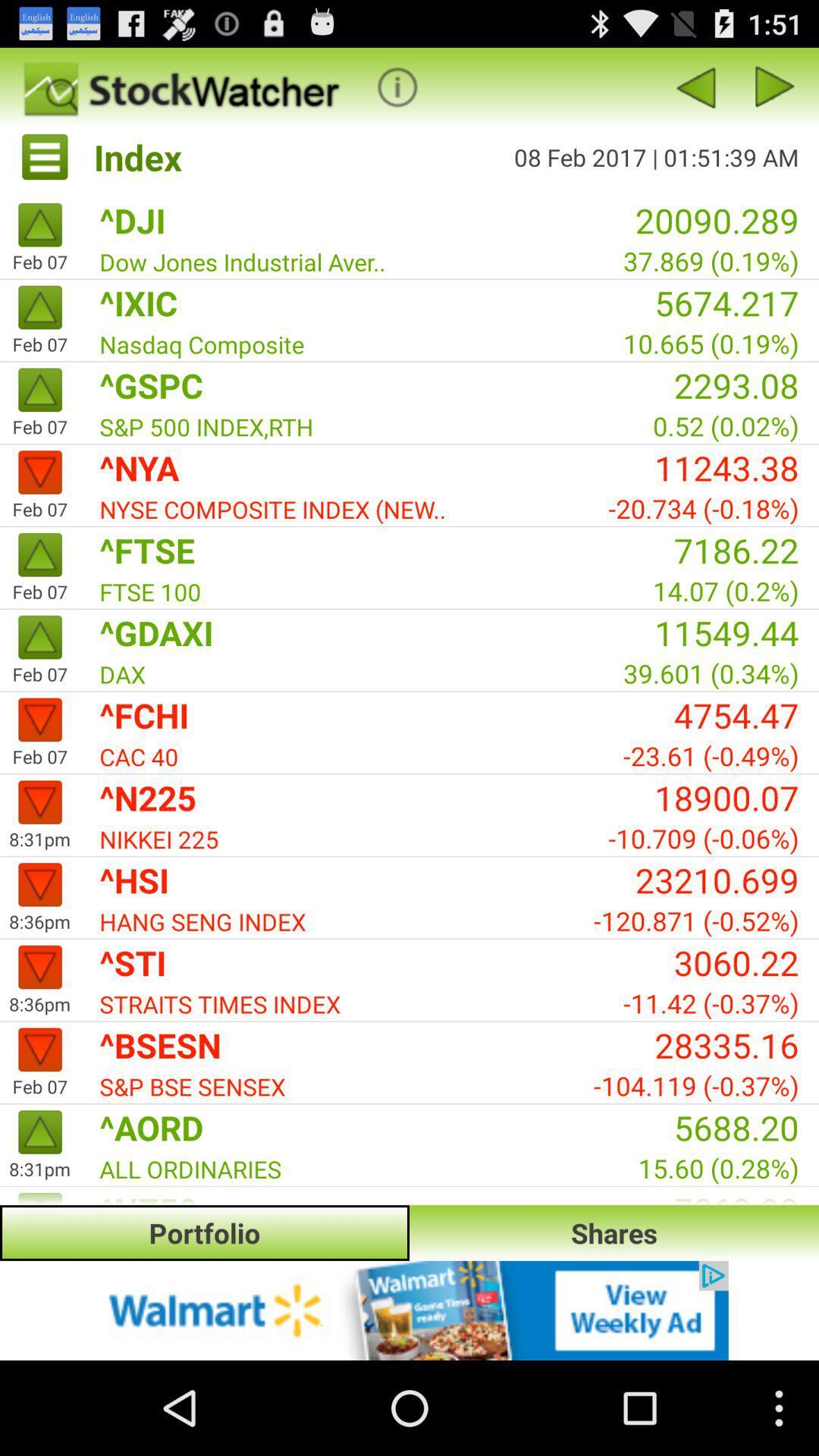 This screenshot has height=1456, width=819. Describe the element at coordinates (397, 86) in the screenshot. I see `menu pega` at that location.